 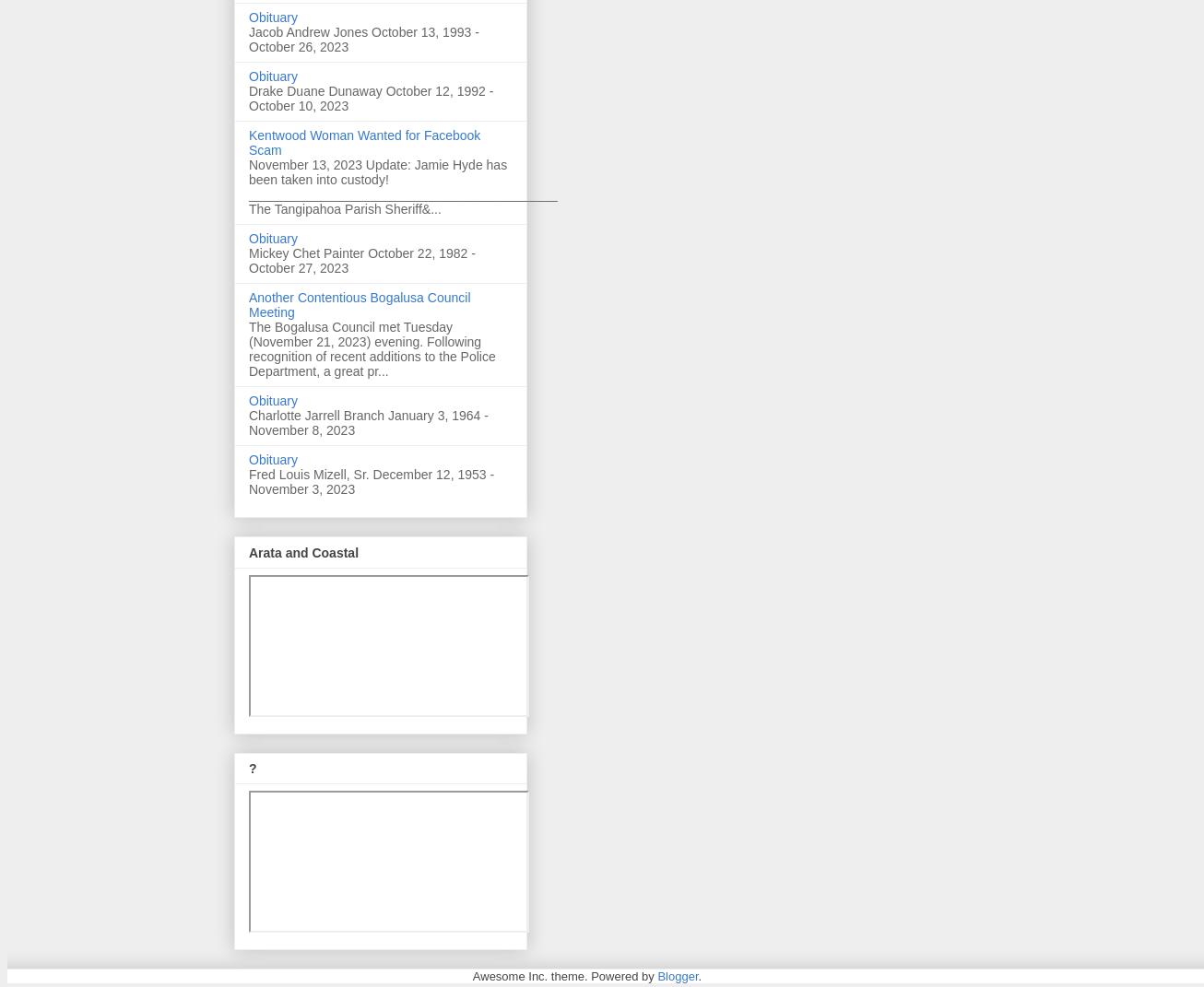 What do you see at coordinates (248, 552) in the screenshot?
I see `'Arata and Coastal'` at bounding box center [248, 552].